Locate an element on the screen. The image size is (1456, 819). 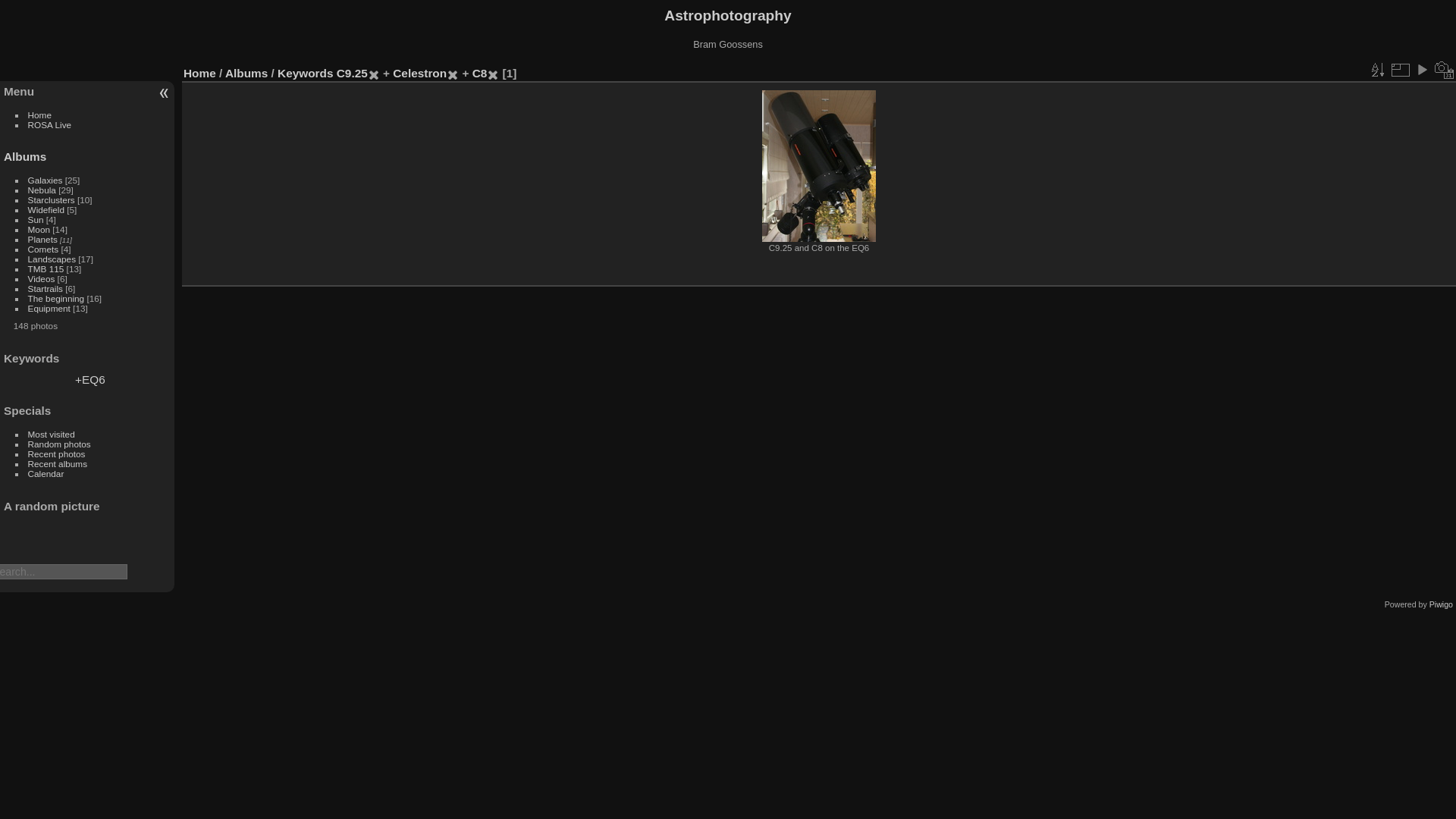
'TMB 115' is located at coordinates (46, 268).